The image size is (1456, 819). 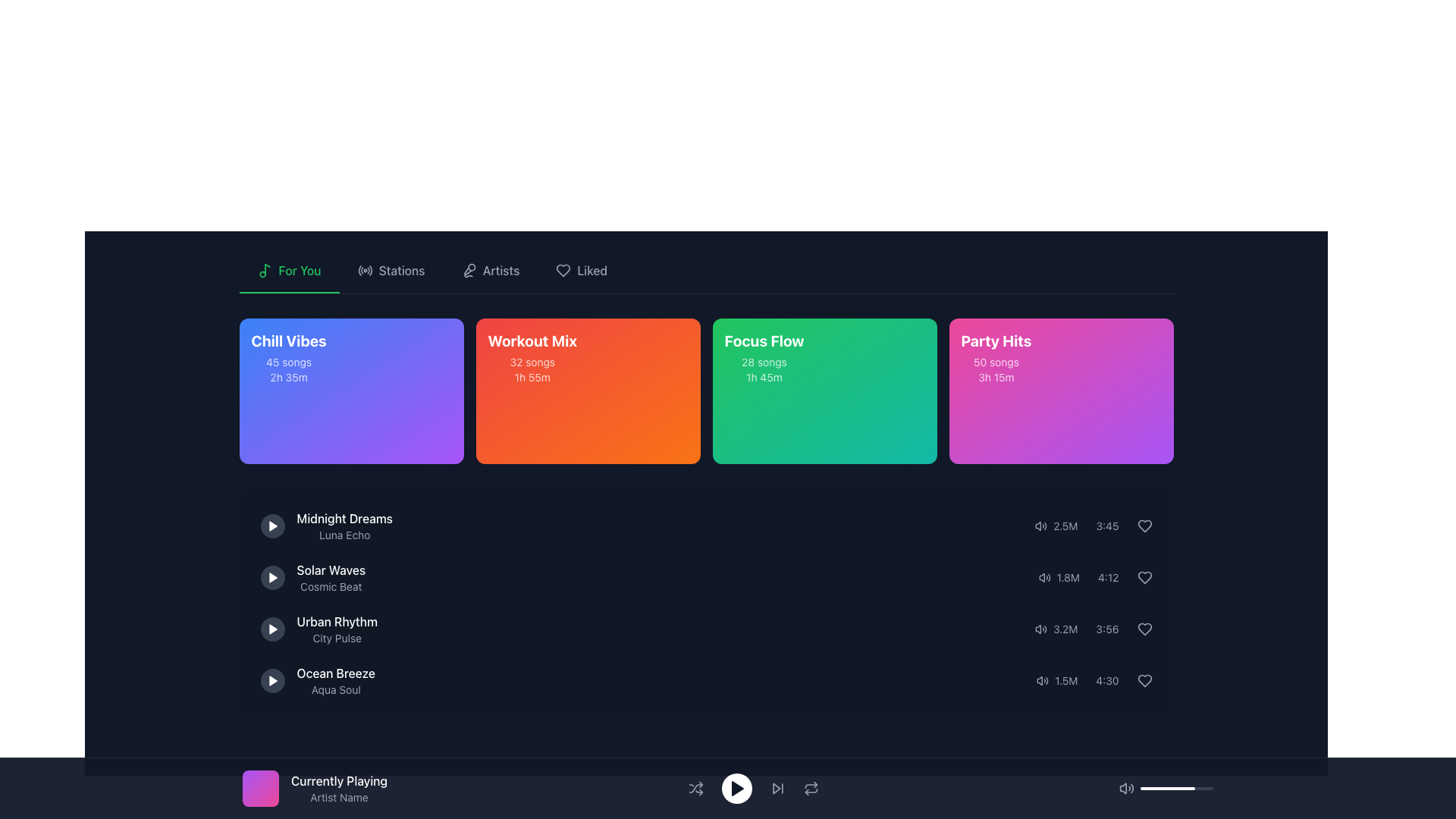 What do you see at coordinates (273, 680) in the screenshot?
I see `the play button for the song 'Ocean Breeze' by 'Aqua Soul', located at the leftmost side of the fourth item in the list to provide visual feedback` at bounding box center [273, 680].